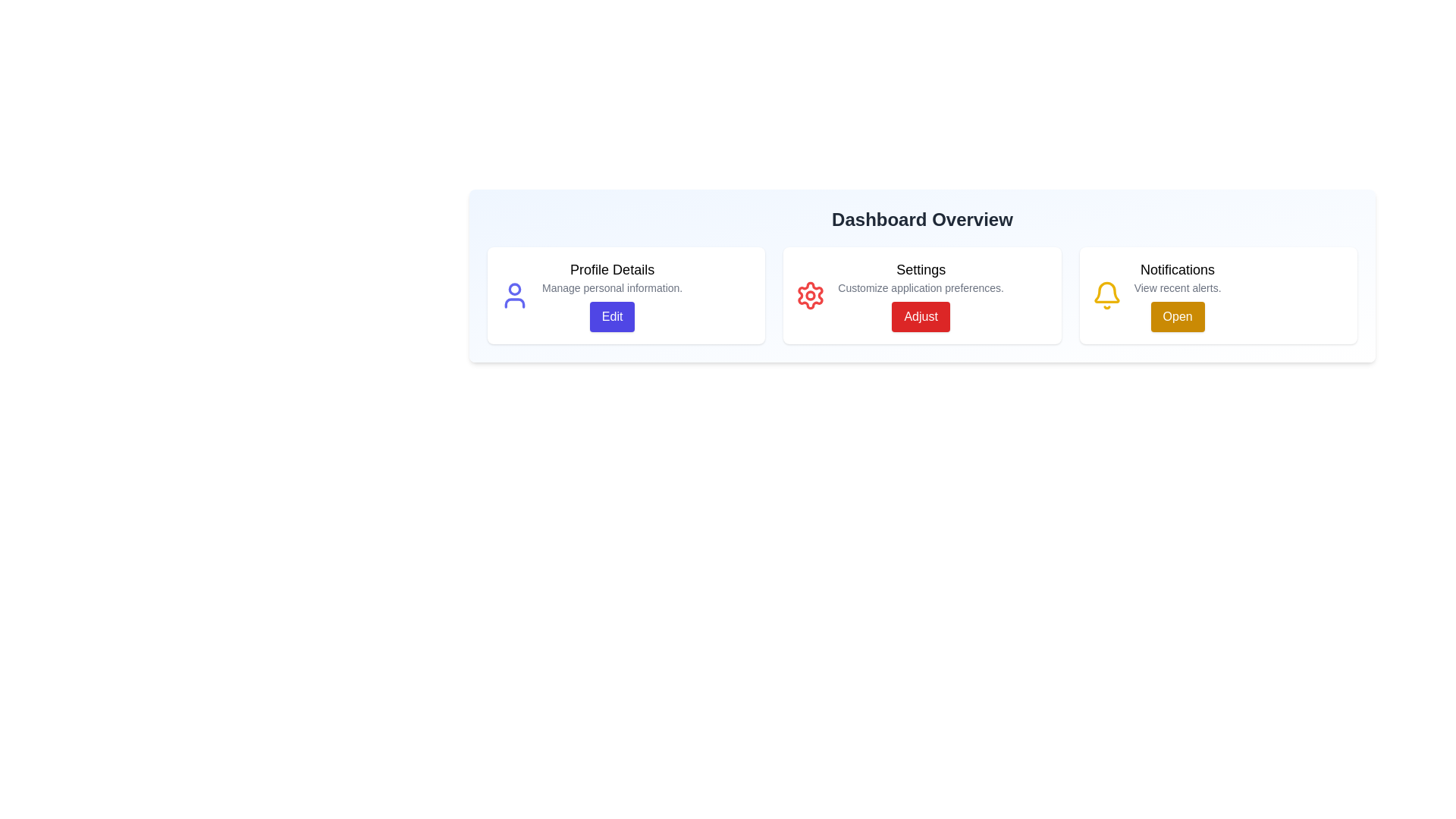 The width and height of the screenshot is (1456, 819). What do you see at coordinates (920, 268) in the screenshot?
I see `the bold text label 'Settings' located at the top of the middle card in a three-card layout, which features a cogwheel icon on the left and a red 'Adjust' button at the bottom` at bounding box center [920, 268].